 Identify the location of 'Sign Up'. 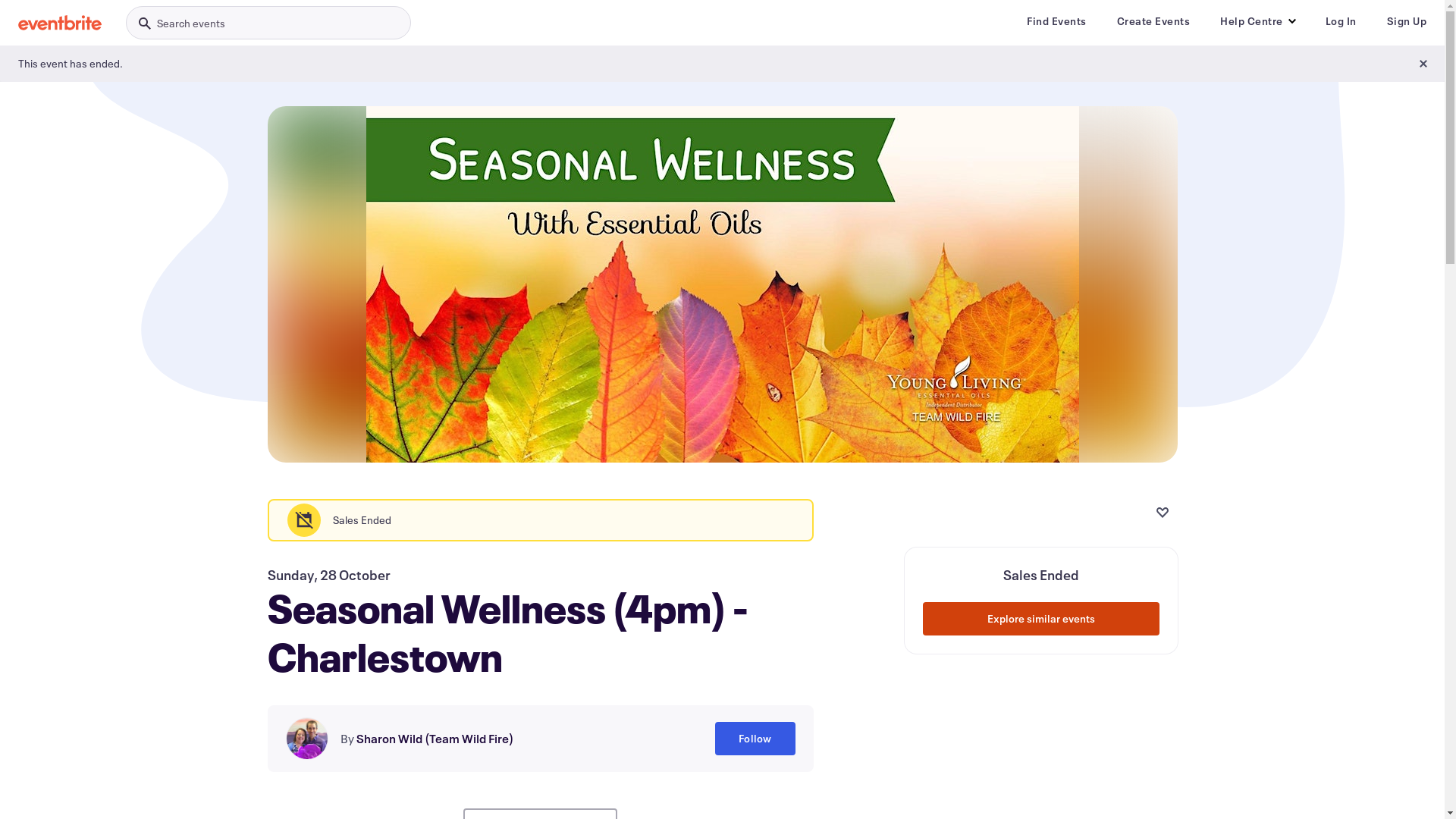
(1405, 20).